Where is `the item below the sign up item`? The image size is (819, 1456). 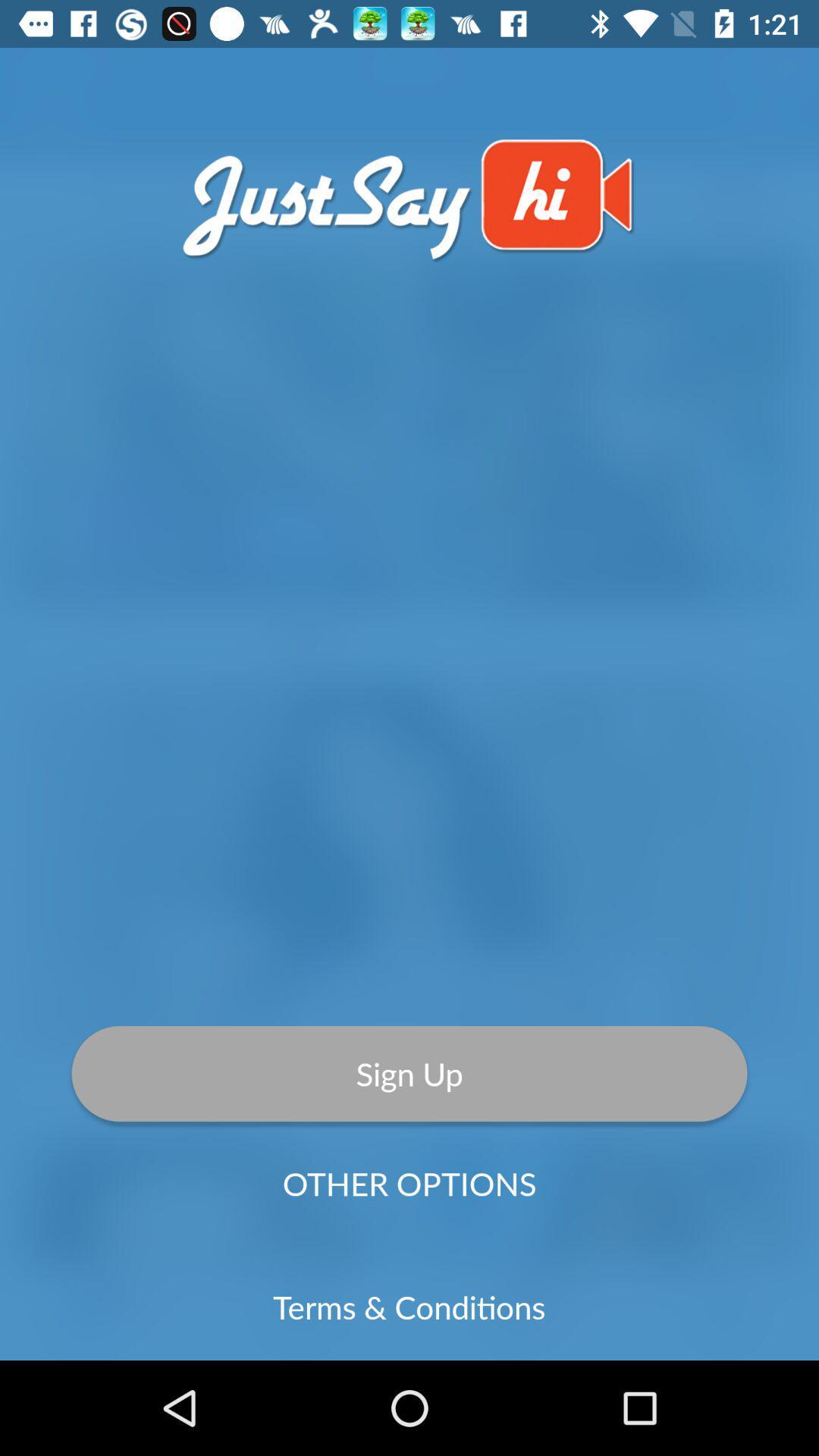
the item below the sign up item is located at coordinates (409, 1182).